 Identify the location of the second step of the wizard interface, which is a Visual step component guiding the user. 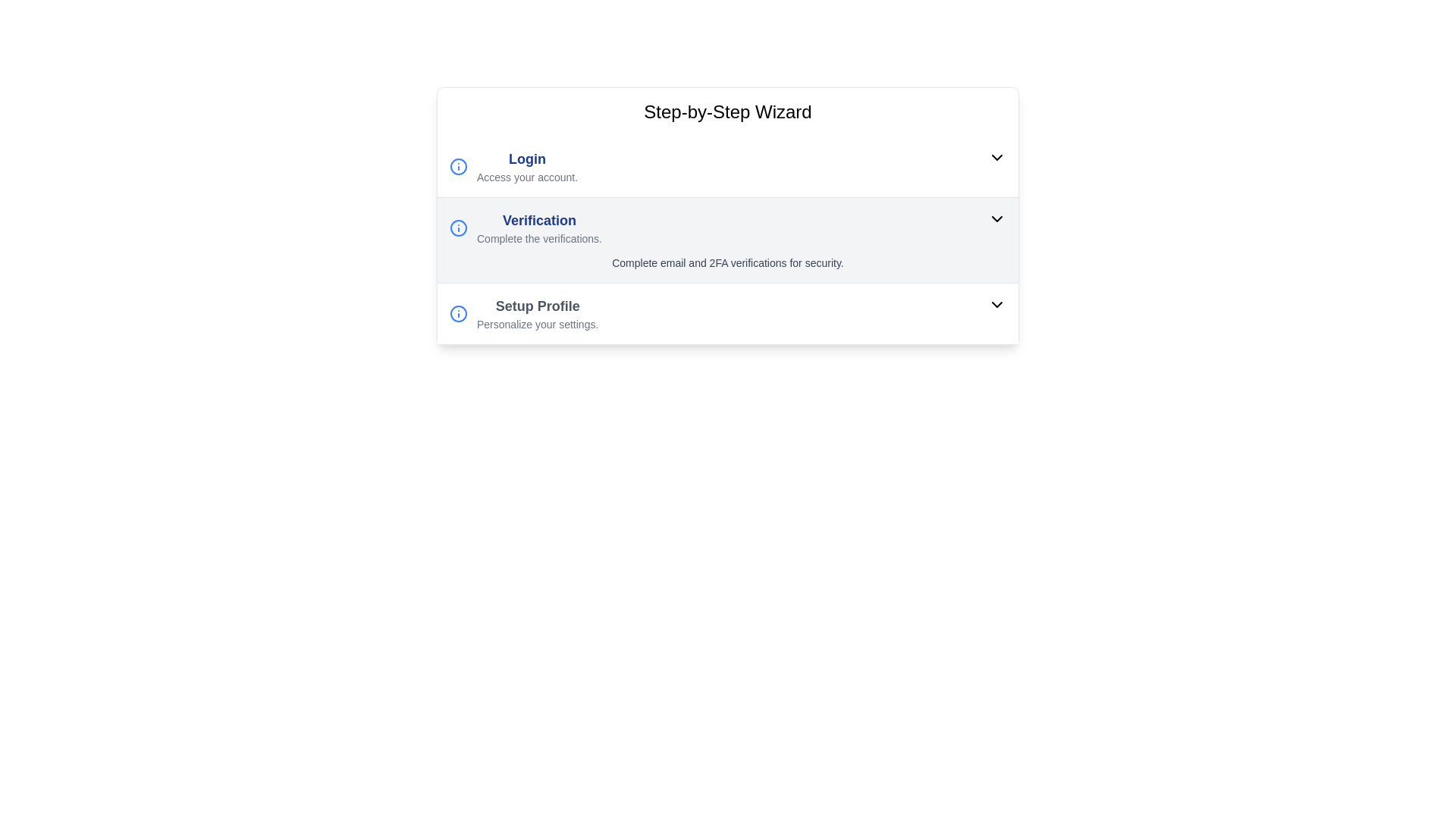
(728, 240).